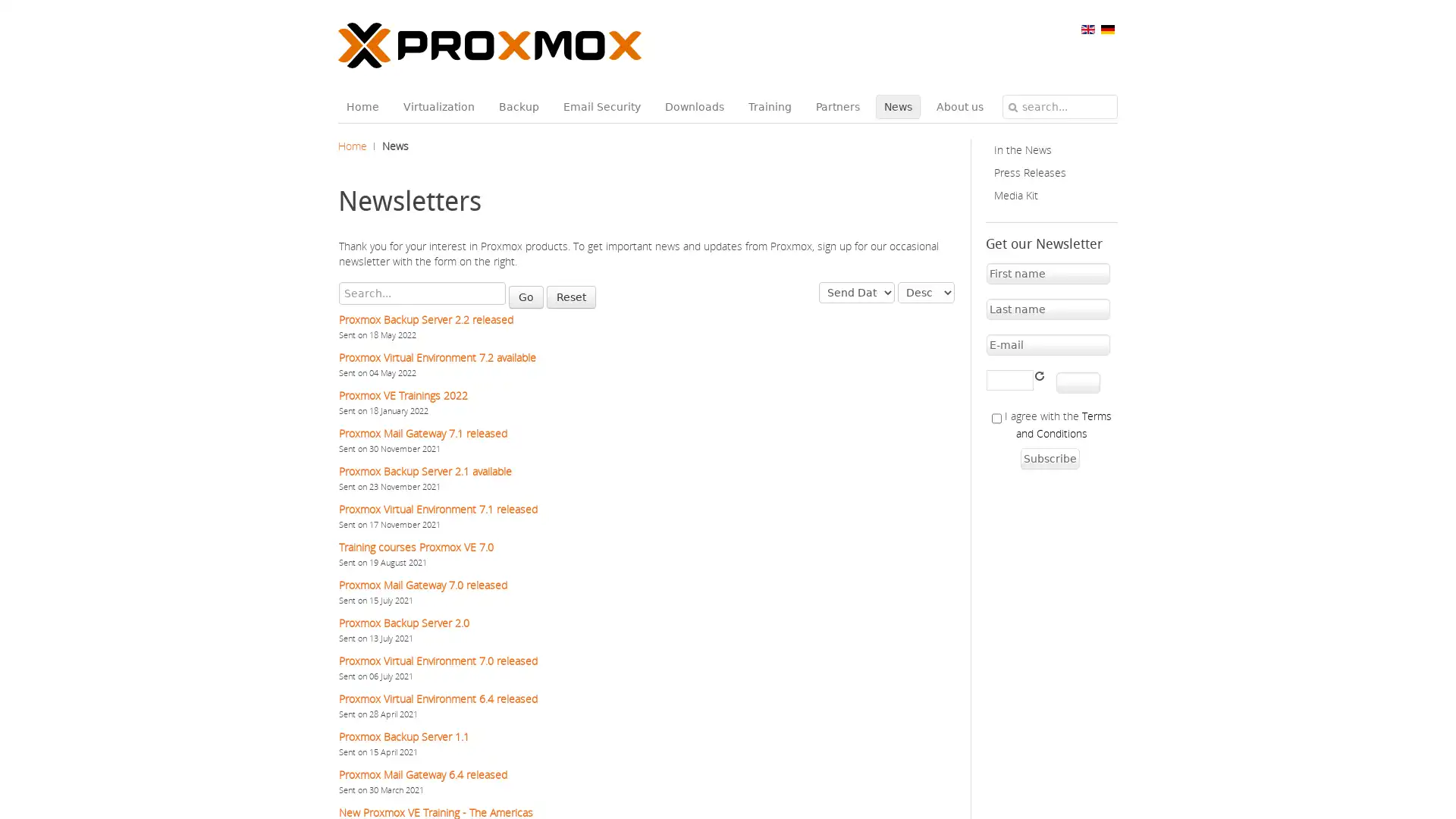 This screenshot has width=1456, height=819. What do you see at coordinates (1048, 458) in the screenshot?
I see `Subscribe` at bounding box center [1048, 458].